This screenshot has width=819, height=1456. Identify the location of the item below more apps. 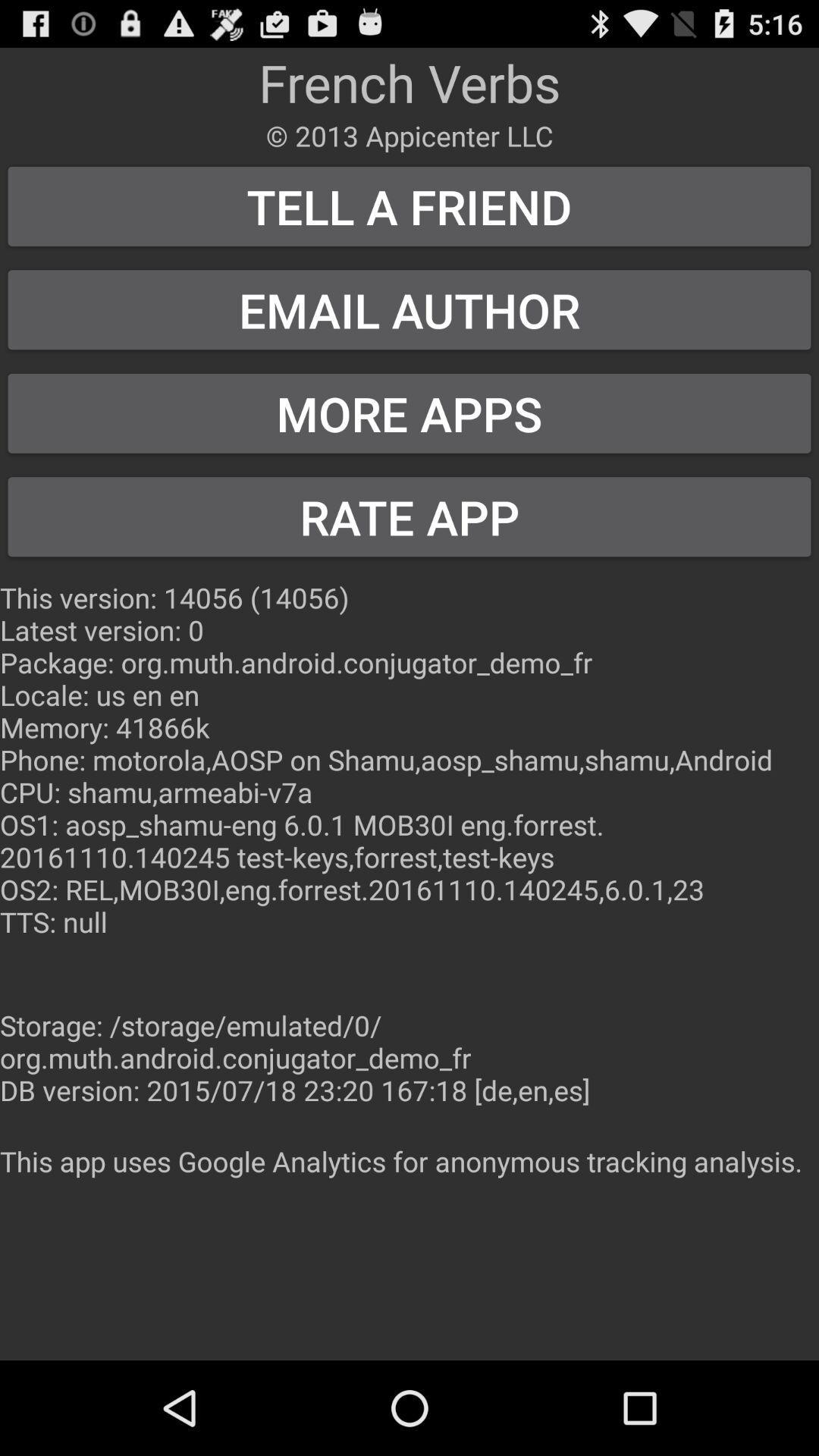
(409, 516).